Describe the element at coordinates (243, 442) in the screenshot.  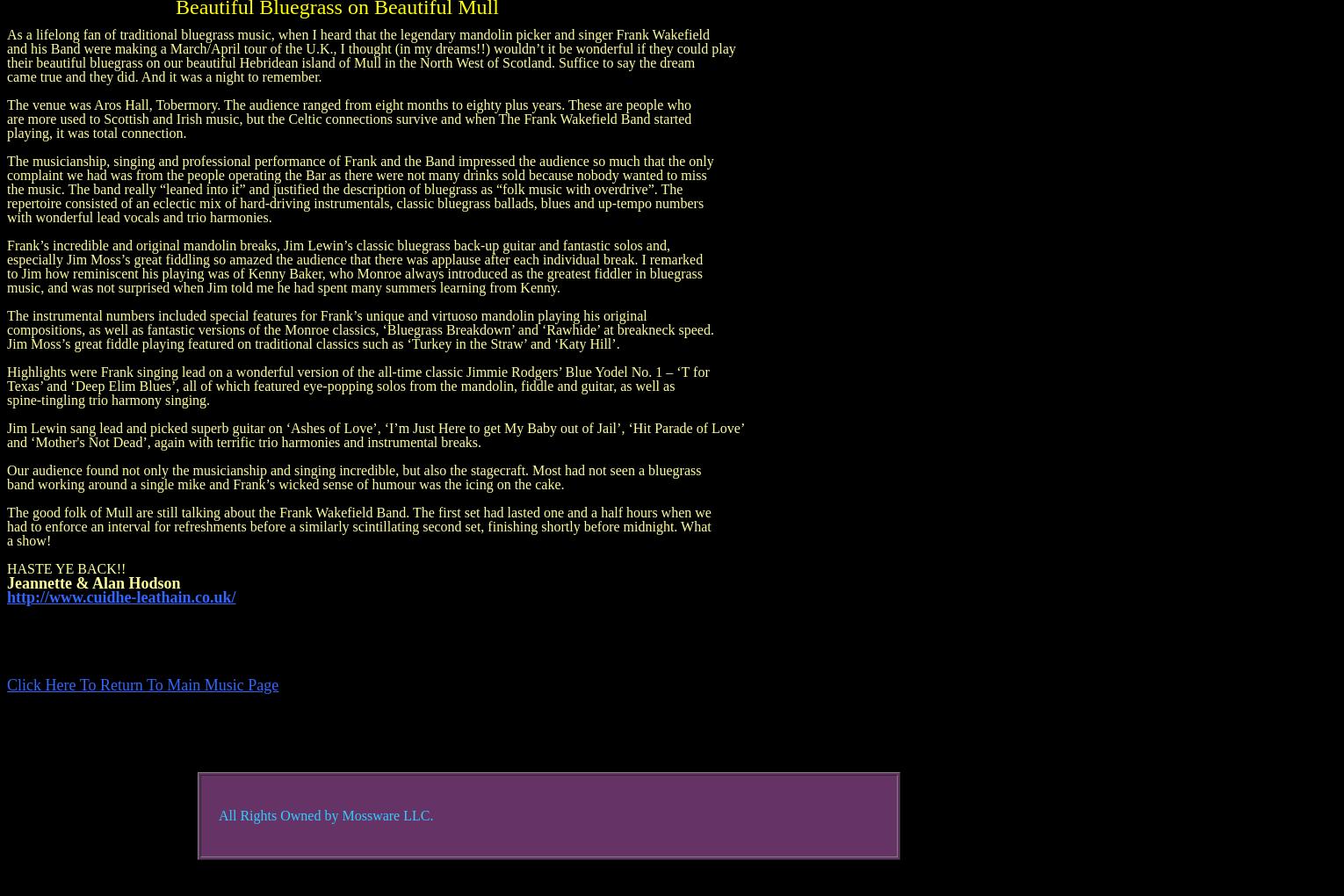
I see `'and
‘Mother's Not Dead’, again with terrific trio harmonies and instrumental
breaks.'` at that location.